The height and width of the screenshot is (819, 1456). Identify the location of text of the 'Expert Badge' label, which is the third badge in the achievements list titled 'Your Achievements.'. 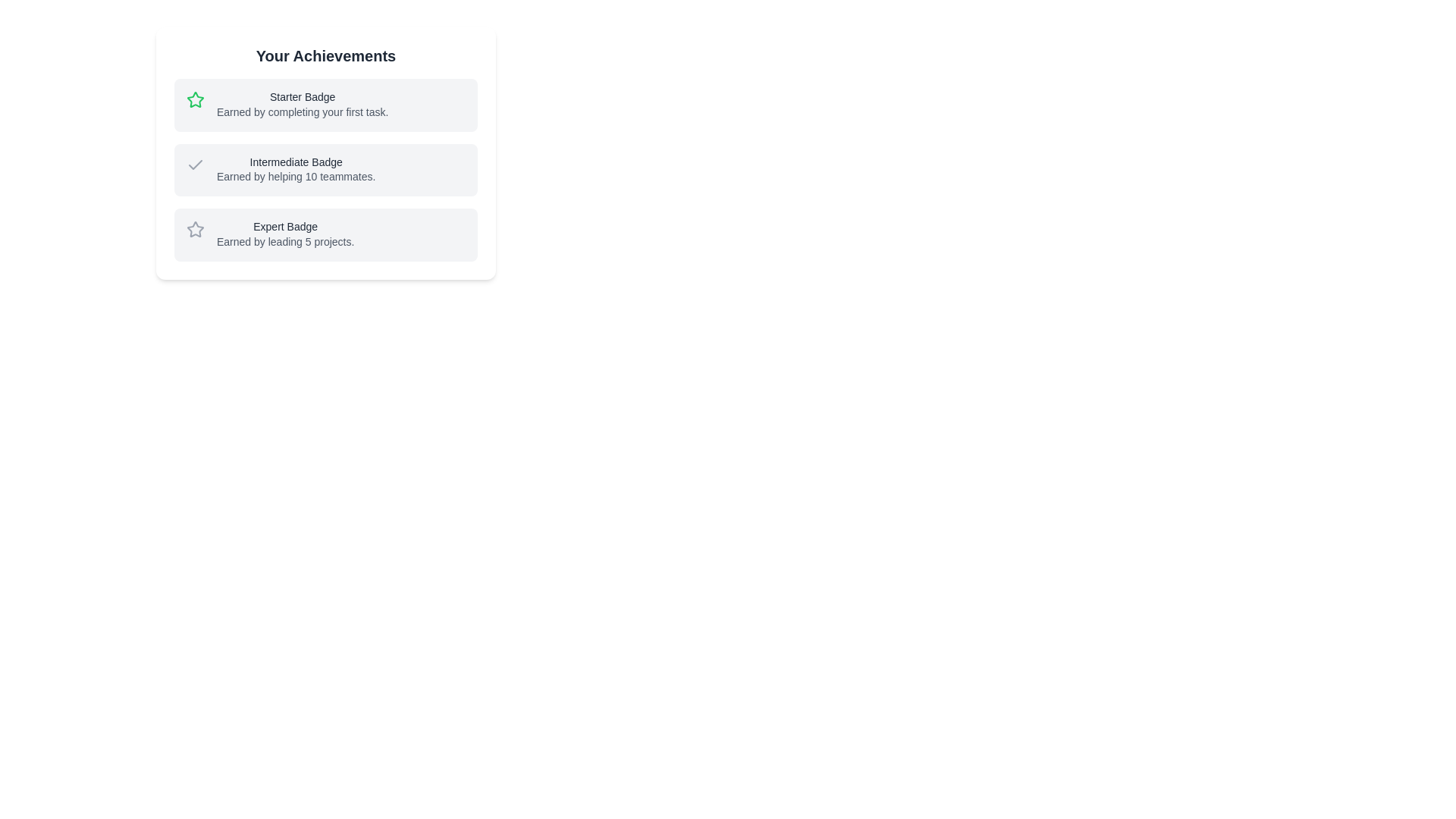
(285, 227).